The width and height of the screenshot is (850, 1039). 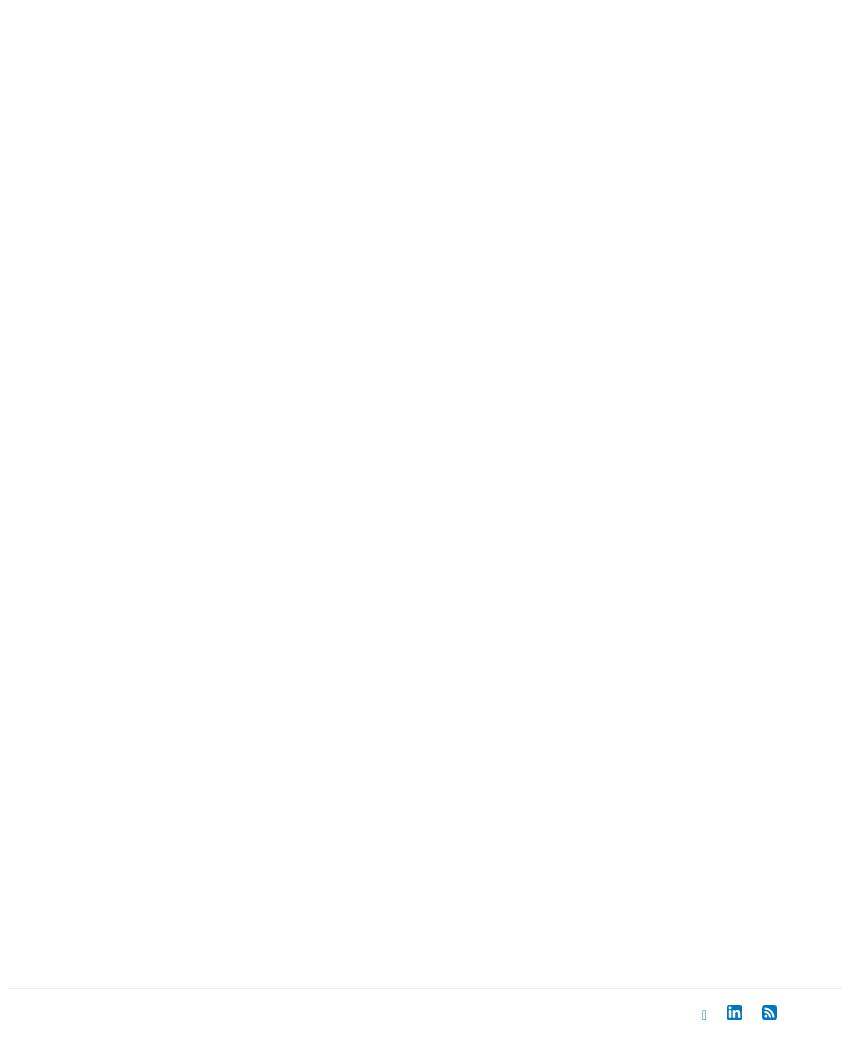 I want to click on 'Home', so click(x=74, y=879).